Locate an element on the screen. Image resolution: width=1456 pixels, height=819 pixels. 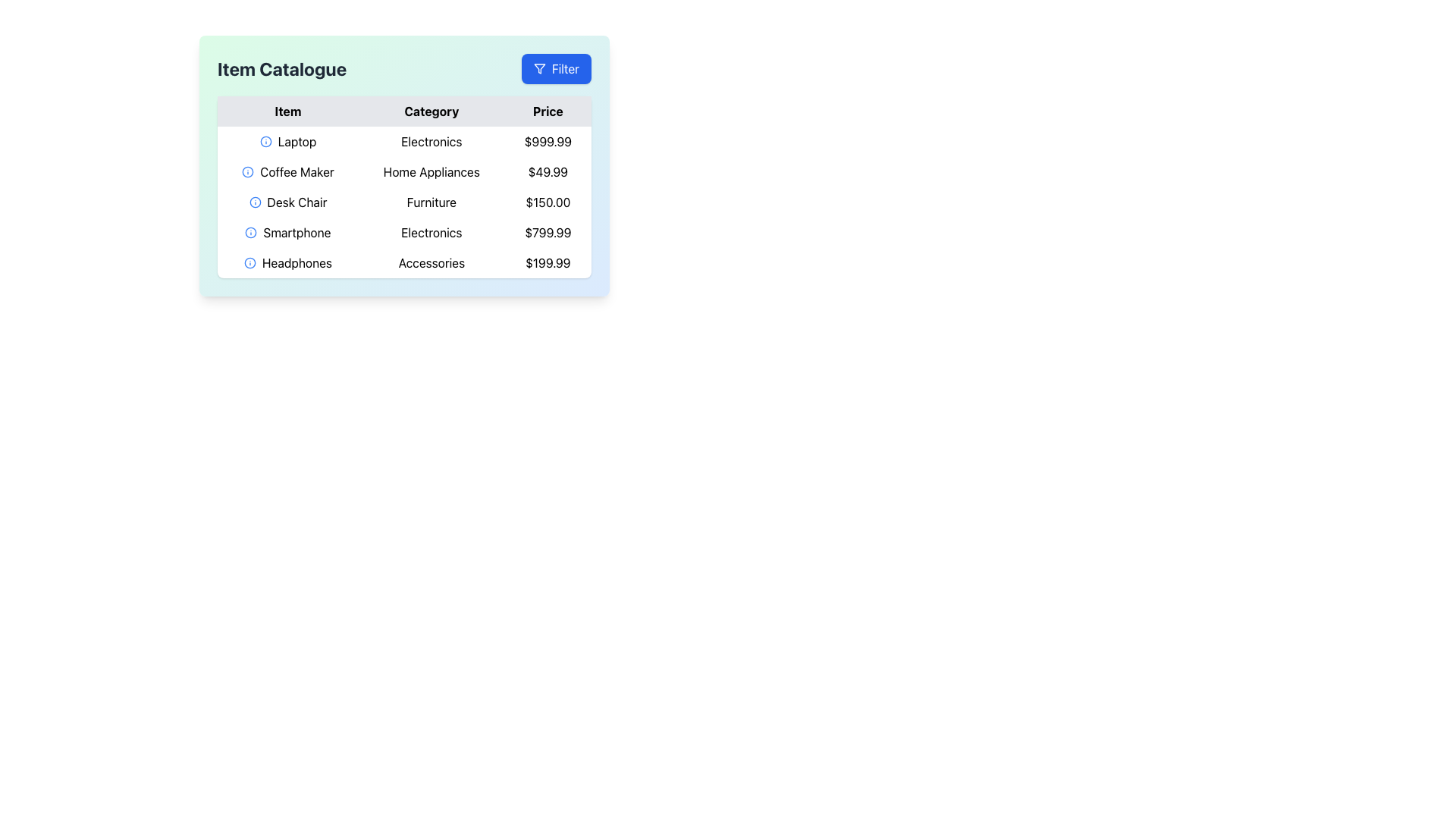
the decorative circle SVG icon located in the first column of the data table, corresponding to the 'Item' section in the first row, left of the 'Laptop' description is located at coordinates (265, 141).